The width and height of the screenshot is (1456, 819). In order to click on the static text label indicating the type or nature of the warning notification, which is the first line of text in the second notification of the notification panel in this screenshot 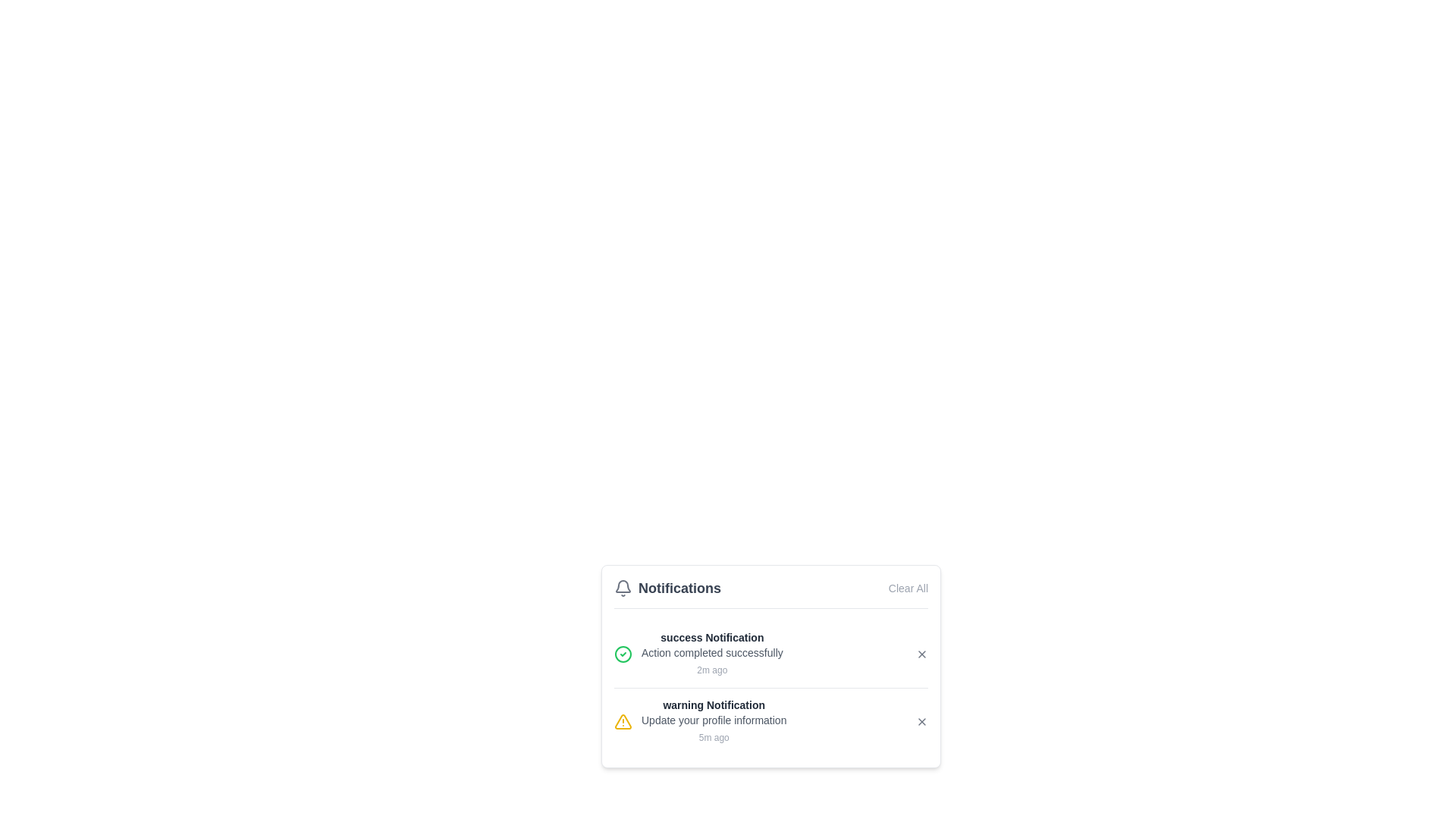, I will do `click(713, 704)`.